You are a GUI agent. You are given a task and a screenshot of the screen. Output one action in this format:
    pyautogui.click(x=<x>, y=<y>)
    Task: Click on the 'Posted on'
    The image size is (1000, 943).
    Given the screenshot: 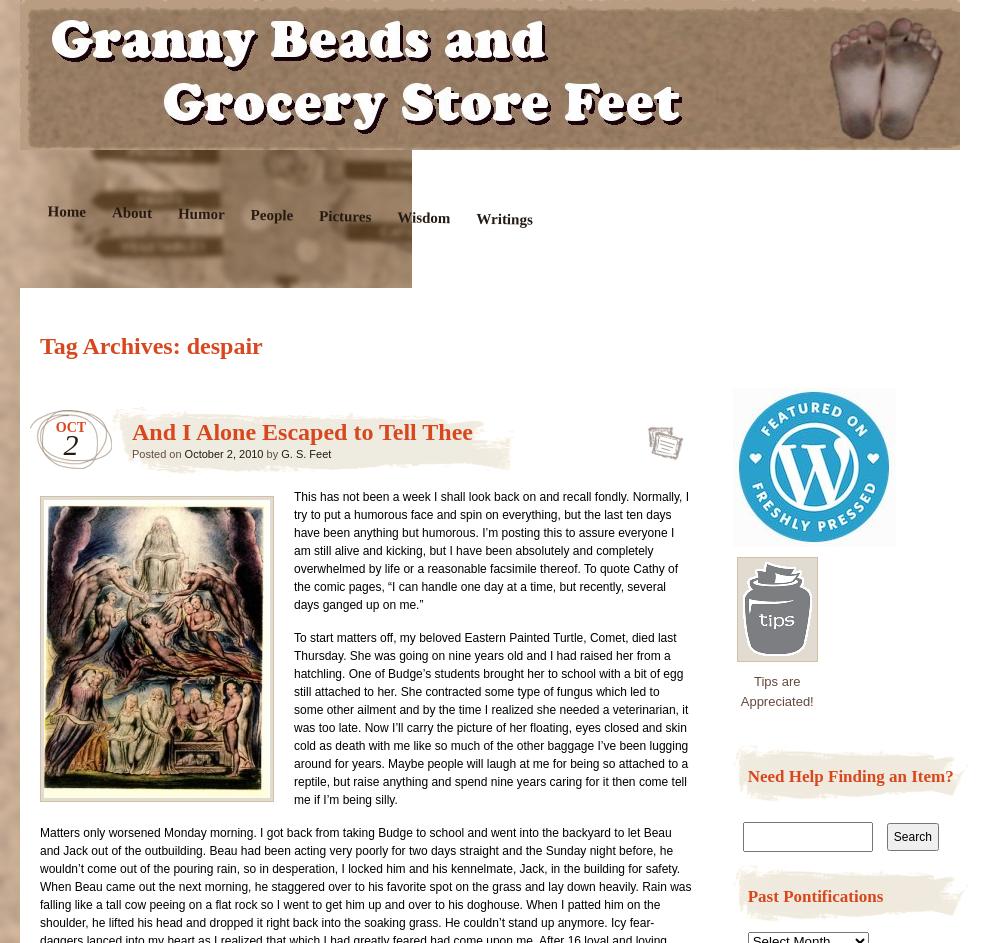 What is the action you would take?
    pyautogui.click(x=158, y=453)
    